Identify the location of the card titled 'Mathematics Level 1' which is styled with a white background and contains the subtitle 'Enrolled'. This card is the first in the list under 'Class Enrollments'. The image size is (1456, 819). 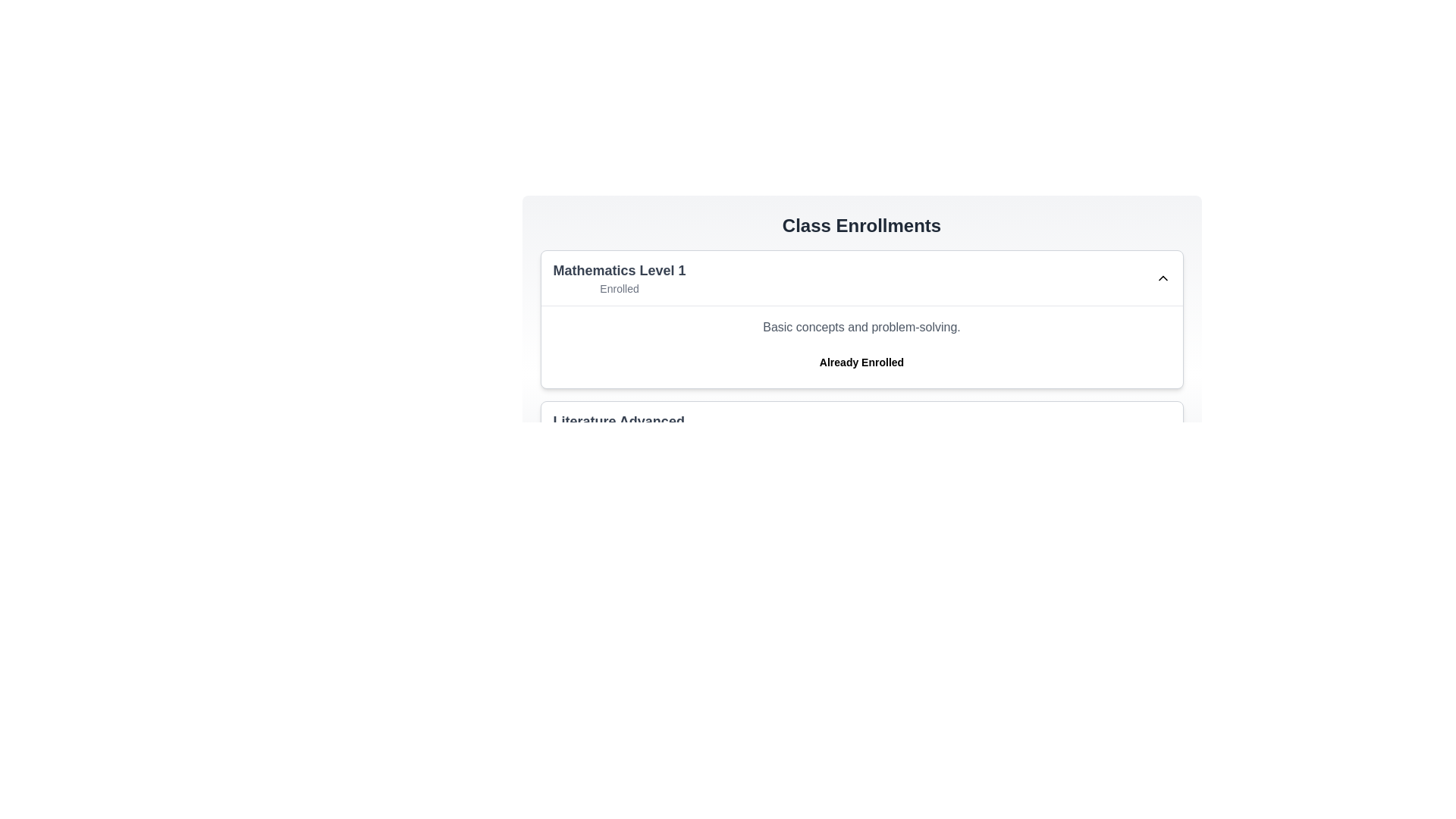
(861, 318).